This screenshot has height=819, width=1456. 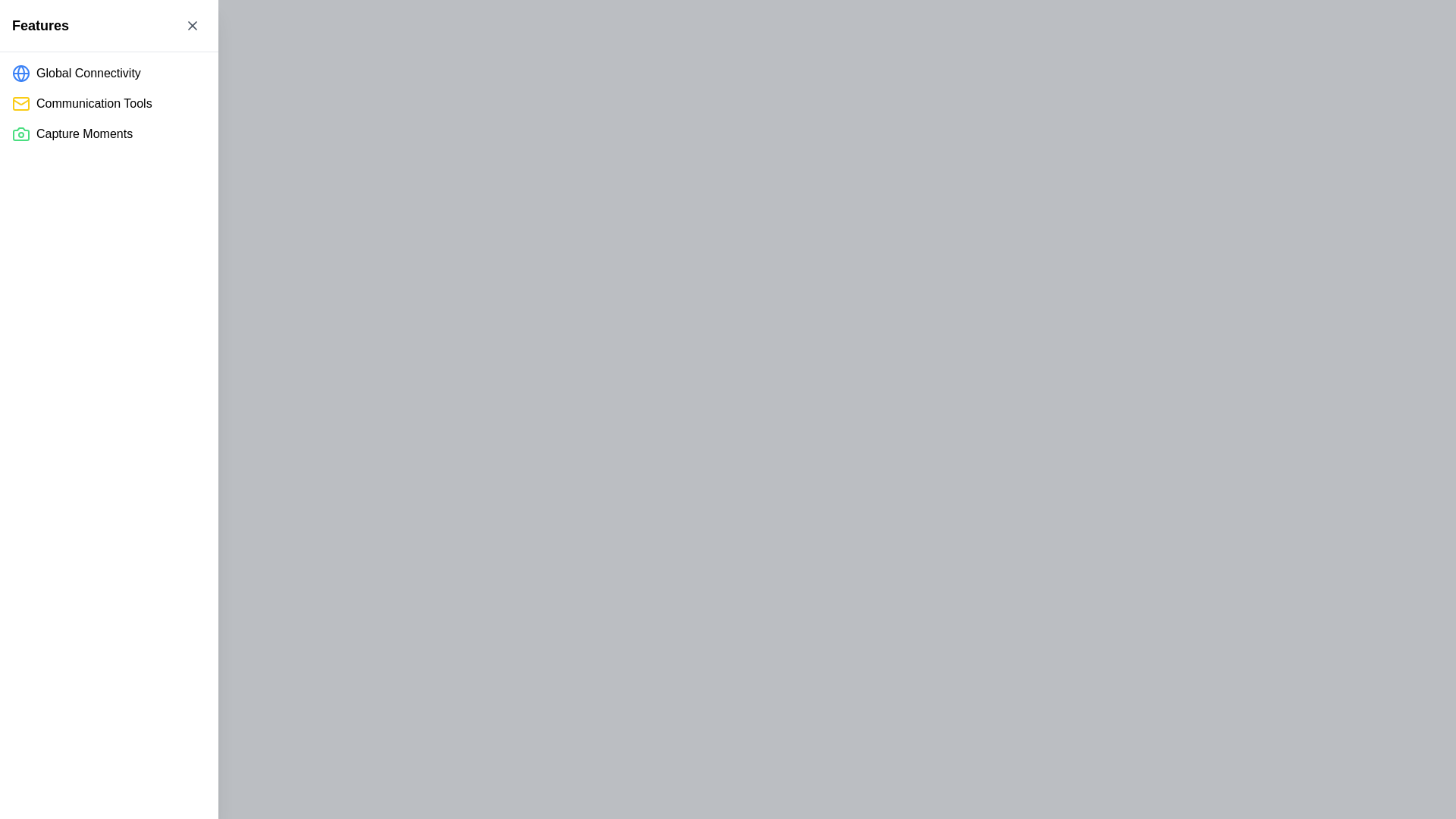 I want to click on the icon indicator for the 'Communication Tools' category, which is positioned to the far left of the text 'Communication Tools', so click(x=21, y=103).